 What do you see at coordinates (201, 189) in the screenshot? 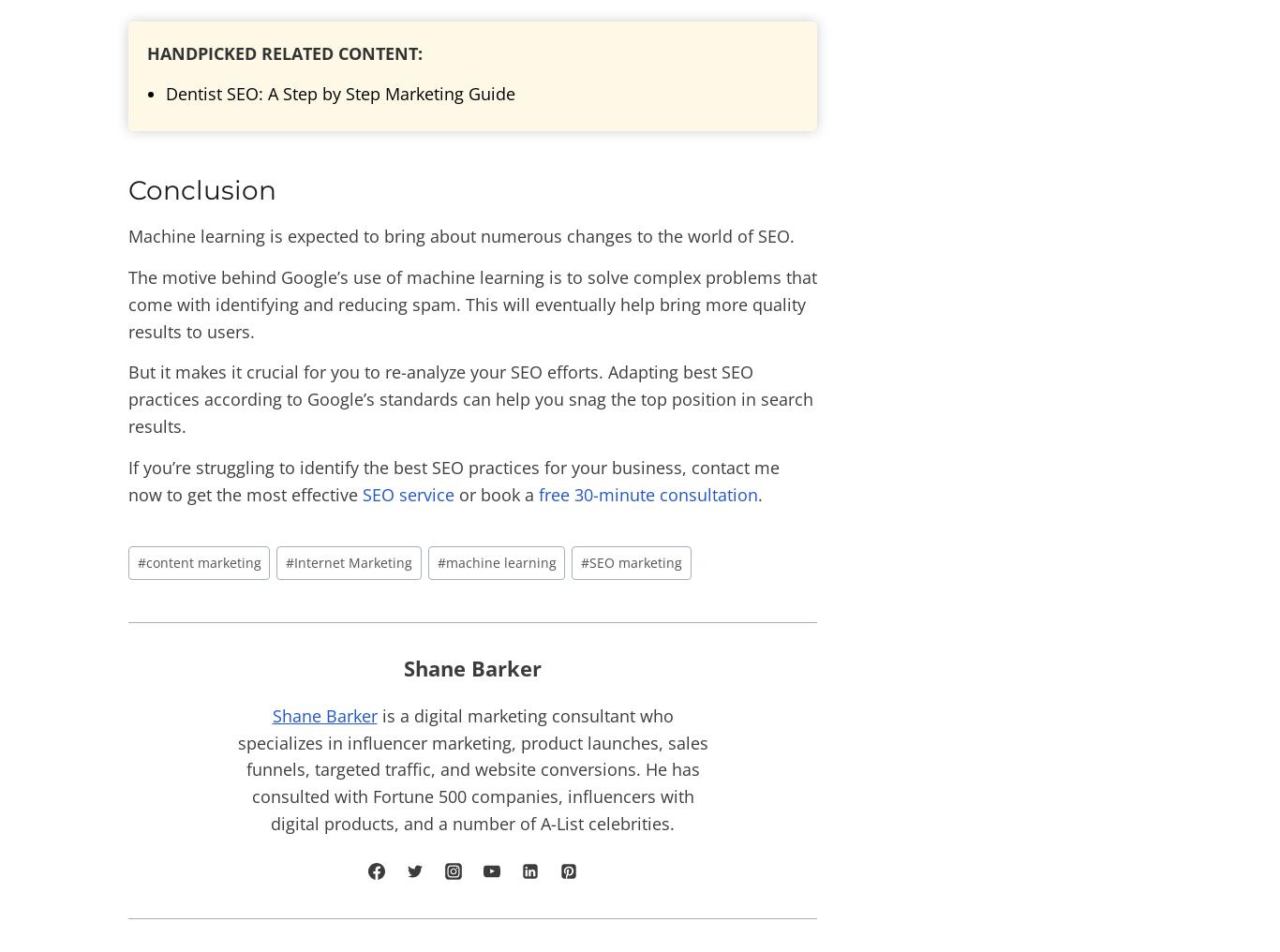
I see `'Conclusion'` at bounding box center [201, 189].